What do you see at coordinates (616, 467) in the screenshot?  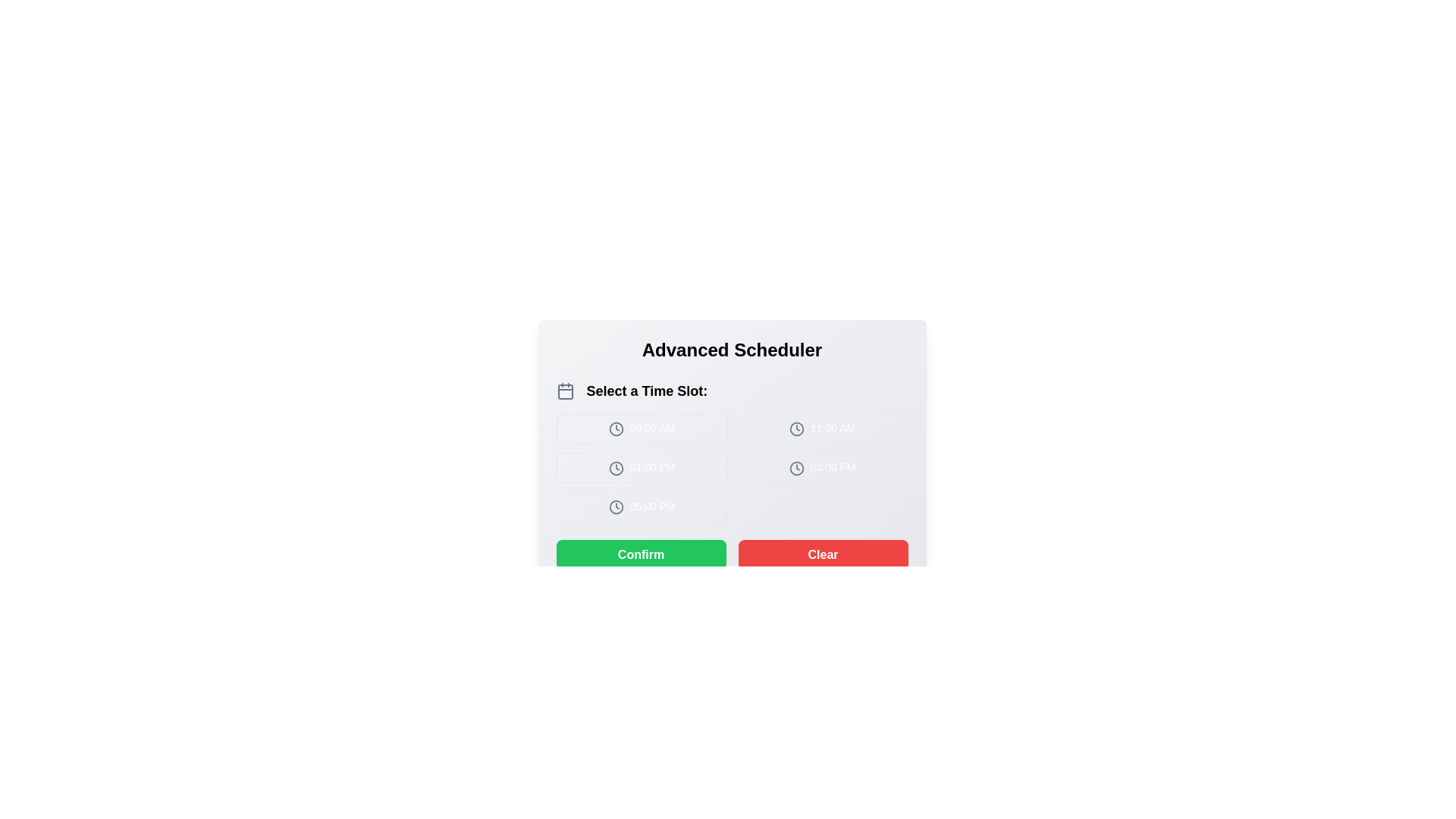 I see `the circular decorative element of the SVG clock drawing in the second row and first column under the 'Select a Time Slot' section` at bounding box center [616, 467].